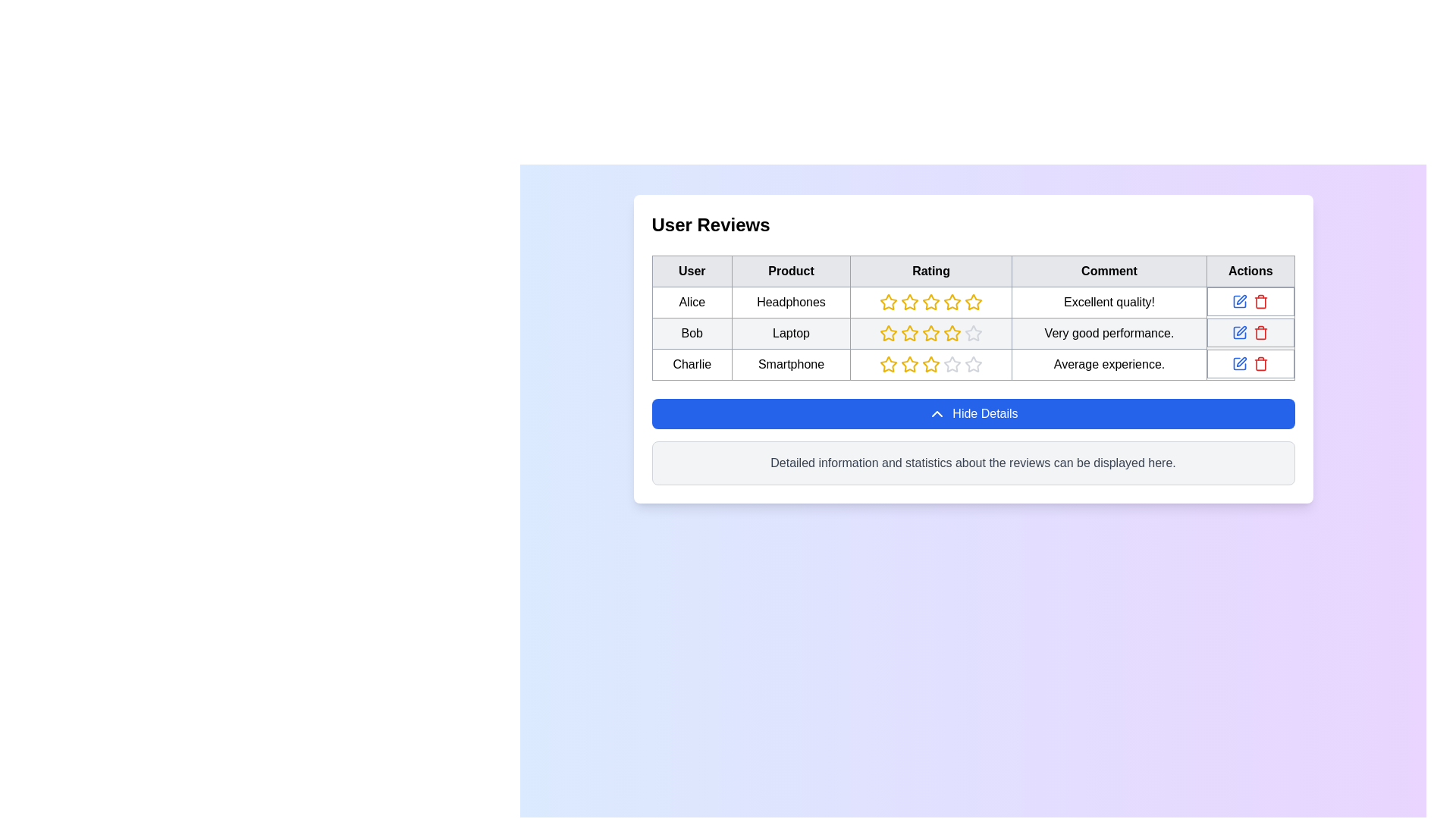  I want to click on the visual rating control in the 'Rating' column of the second row, which displays four yellow stars and one gray star, indicating the rating provided, so click(973, 332).